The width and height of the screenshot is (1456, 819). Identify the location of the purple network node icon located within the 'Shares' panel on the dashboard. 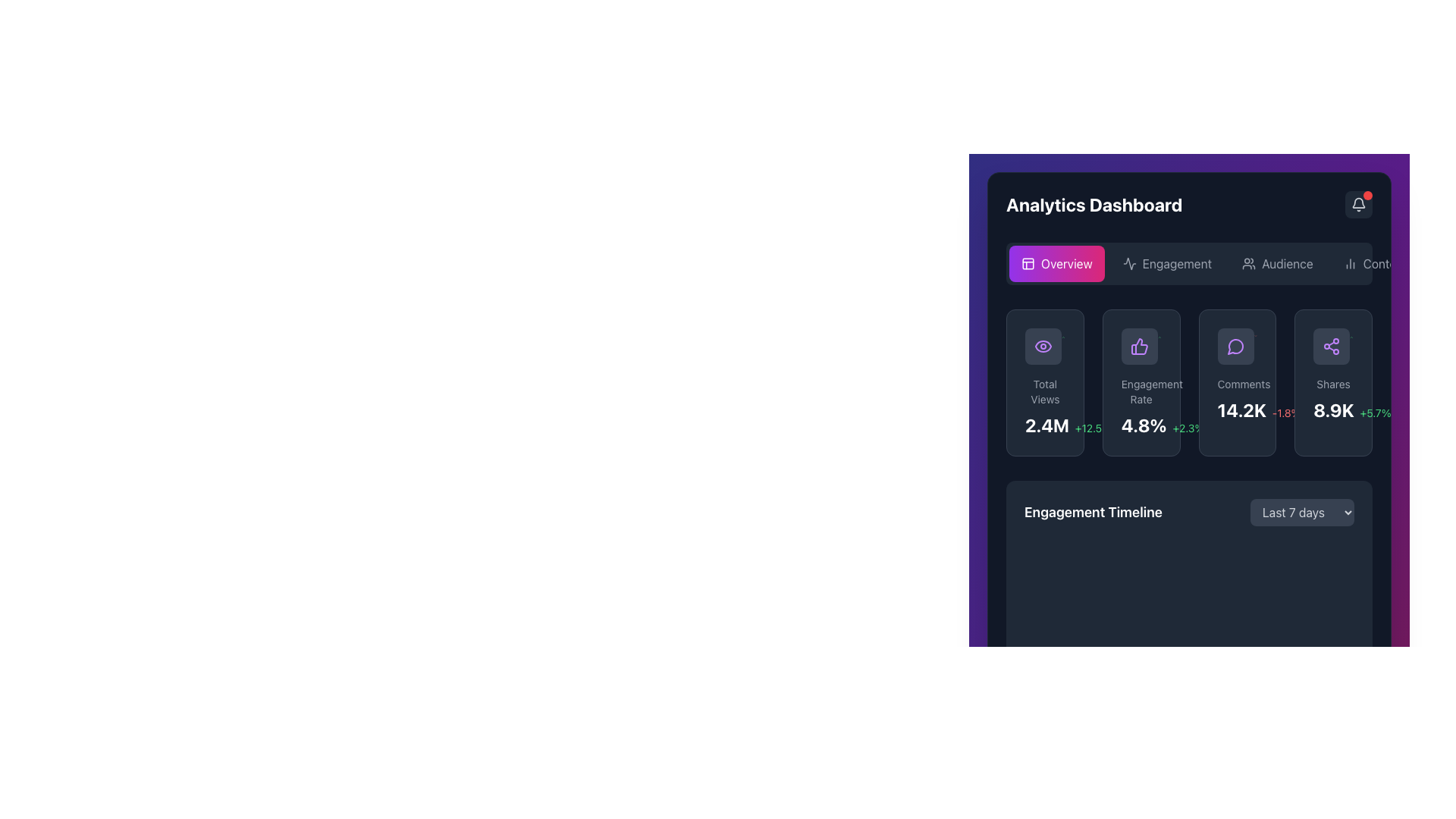
(1332, 346).